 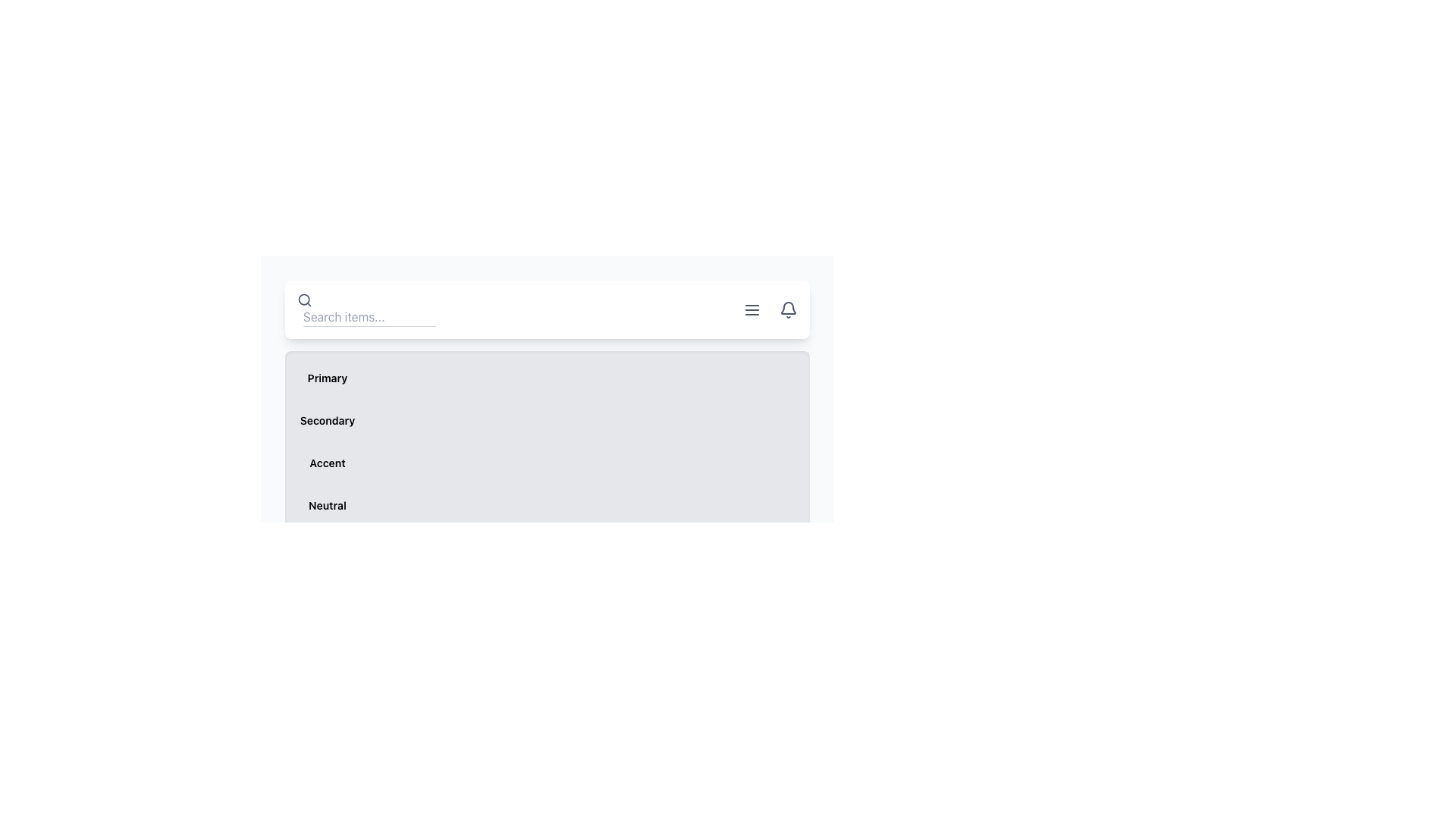 I want to click on the text input field with placeholder 'Search items...', so click(x=366, y=309).